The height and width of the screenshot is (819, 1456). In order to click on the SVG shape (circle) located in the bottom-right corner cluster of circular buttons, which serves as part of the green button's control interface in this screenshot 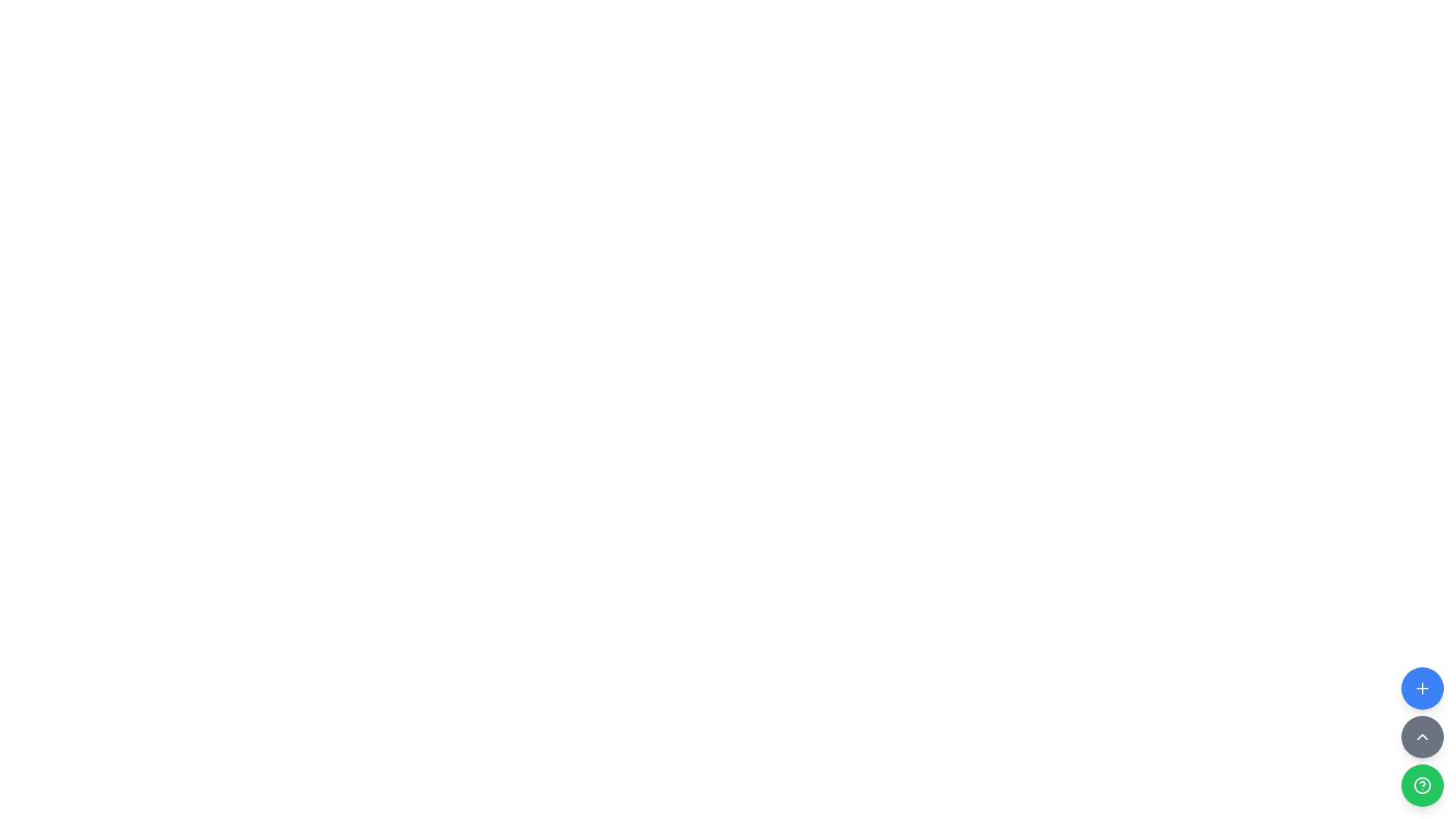, I will do `click(1422, 785)`.